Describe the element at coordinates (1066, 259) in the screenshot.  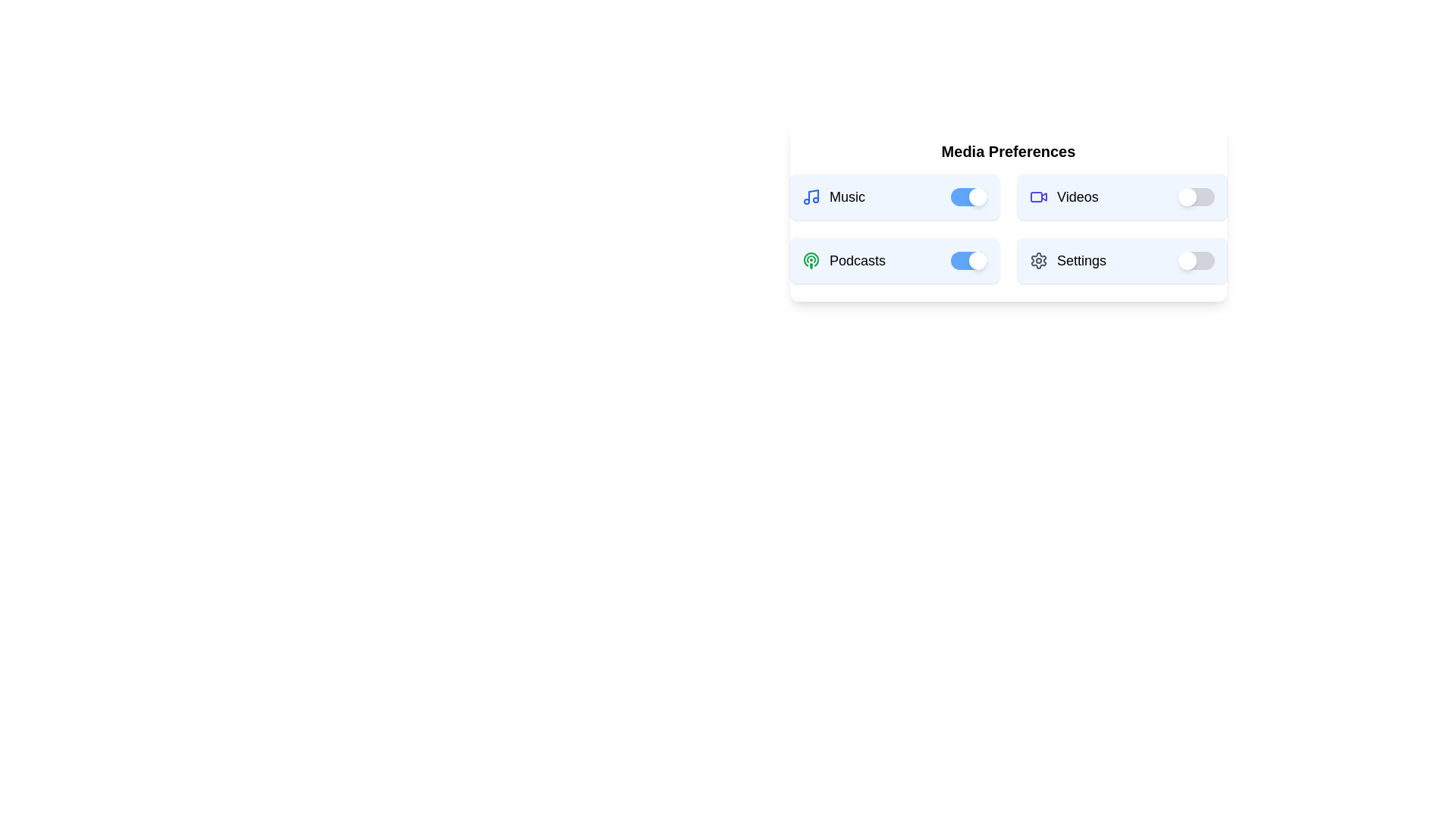
I see `the 'Settings' text` at that location.